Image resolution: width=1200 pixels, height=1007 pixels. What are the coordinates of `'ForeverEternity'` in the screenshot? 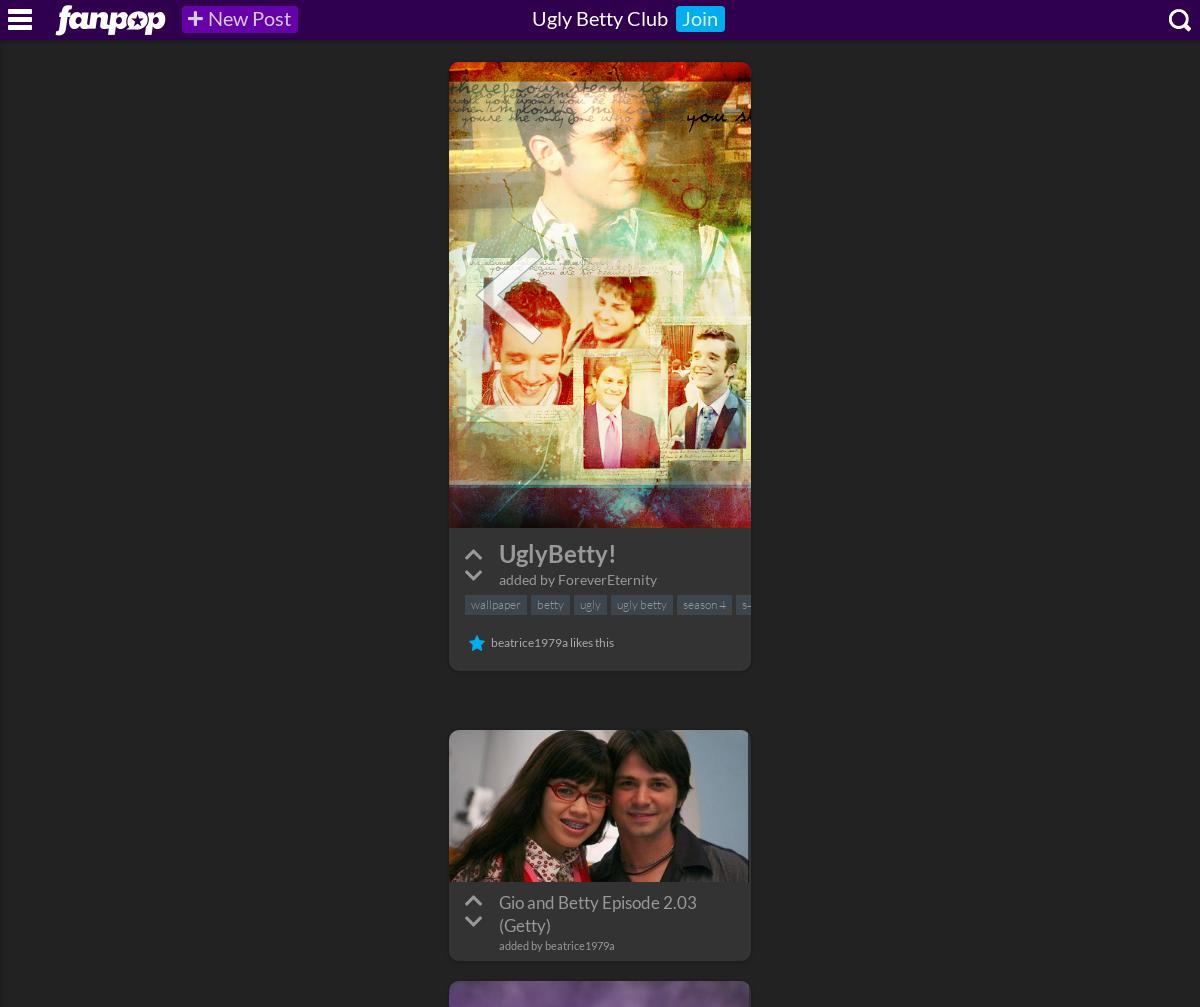 It's located at (607, 578).